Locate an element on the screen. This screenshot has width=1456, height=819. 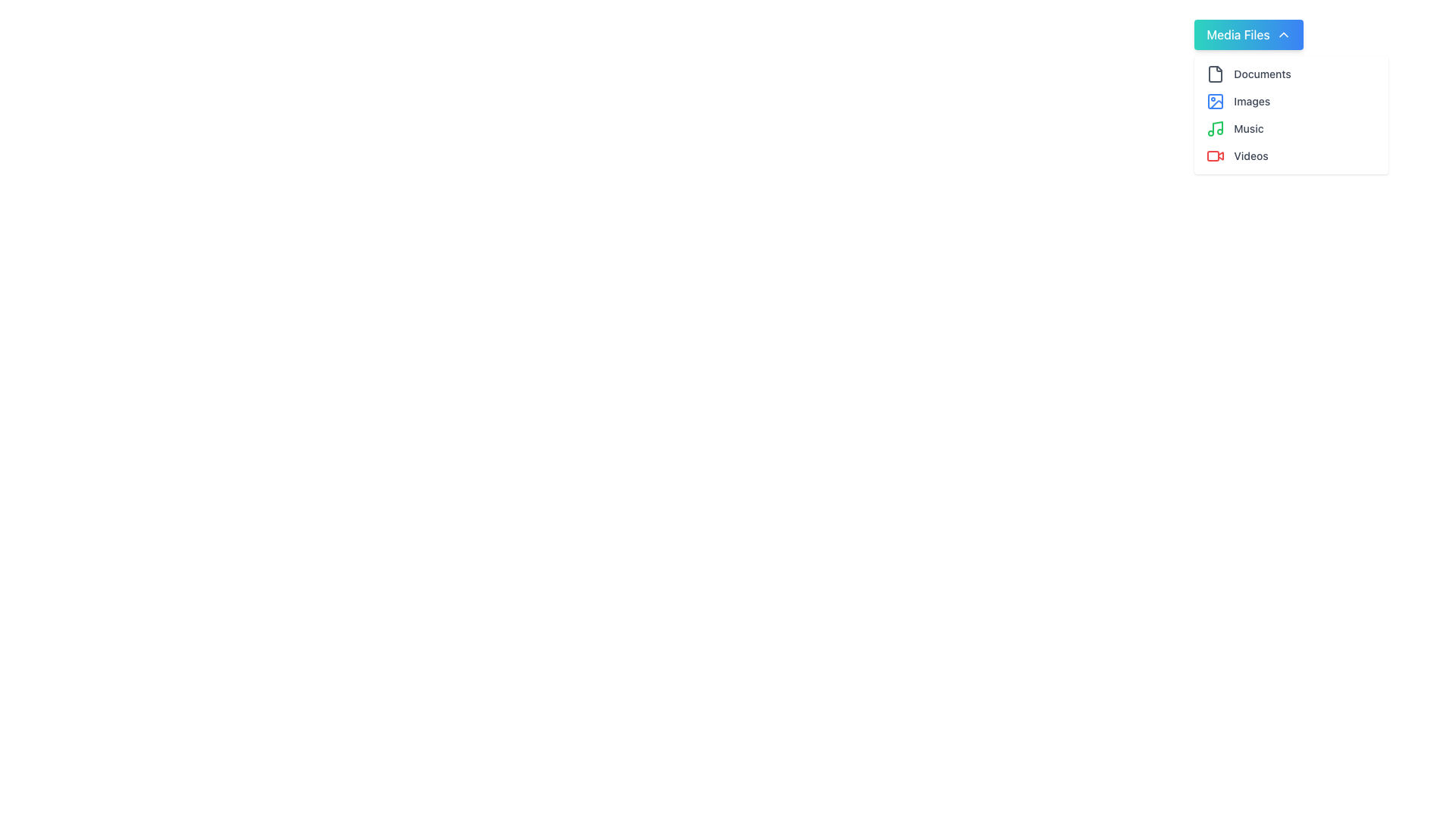
the 'Music' icon located in the fourth item of the 'Media Files' drop-down menu, which is positioned directly to the left of the 'Music' text label is located at coordinates (1216, 127).